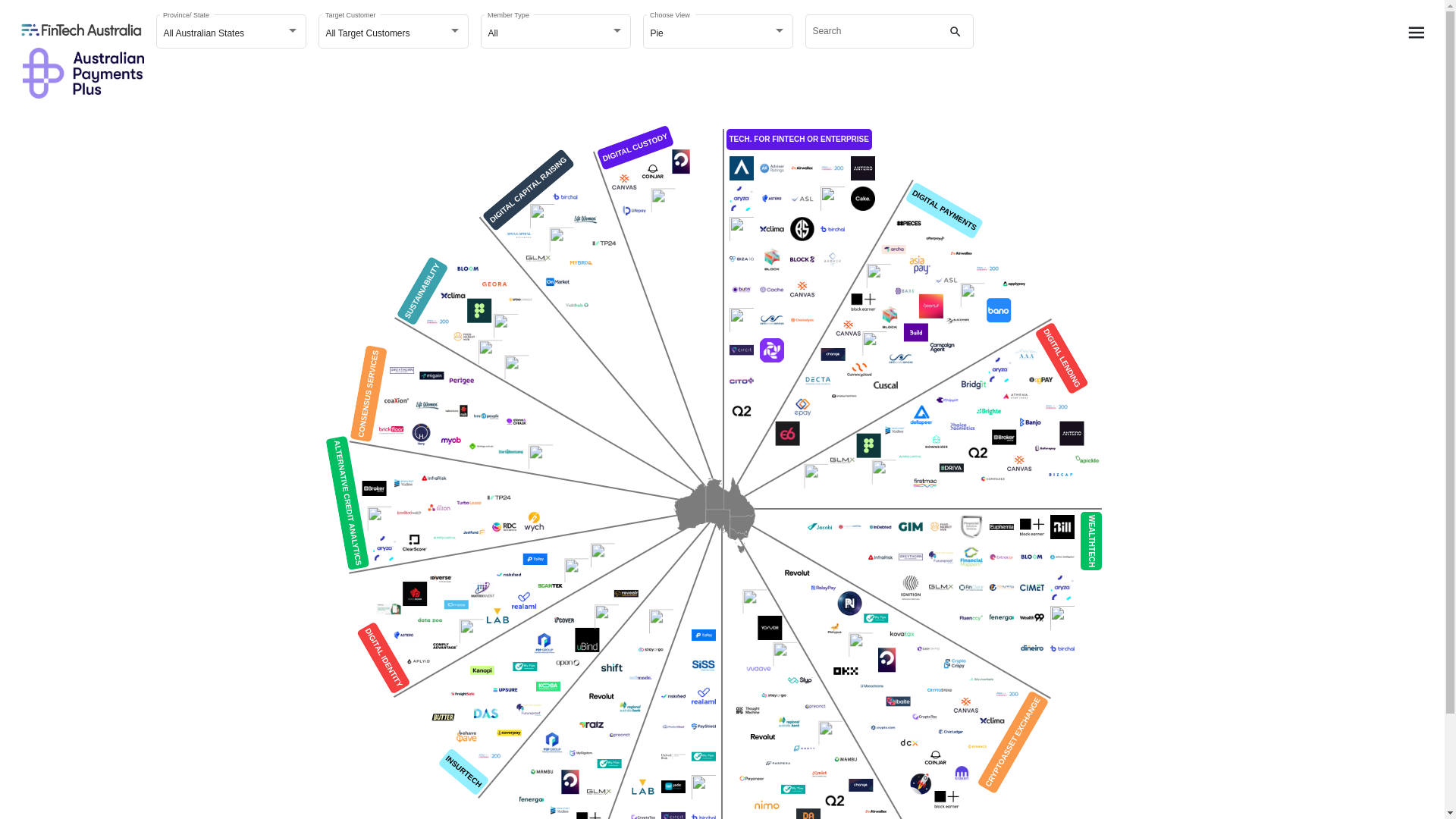 The image size is (1456, 819). Describe the element at coordinates (518, 236) in the screenshot. I see `'Apex Capital Partner'` at that location.